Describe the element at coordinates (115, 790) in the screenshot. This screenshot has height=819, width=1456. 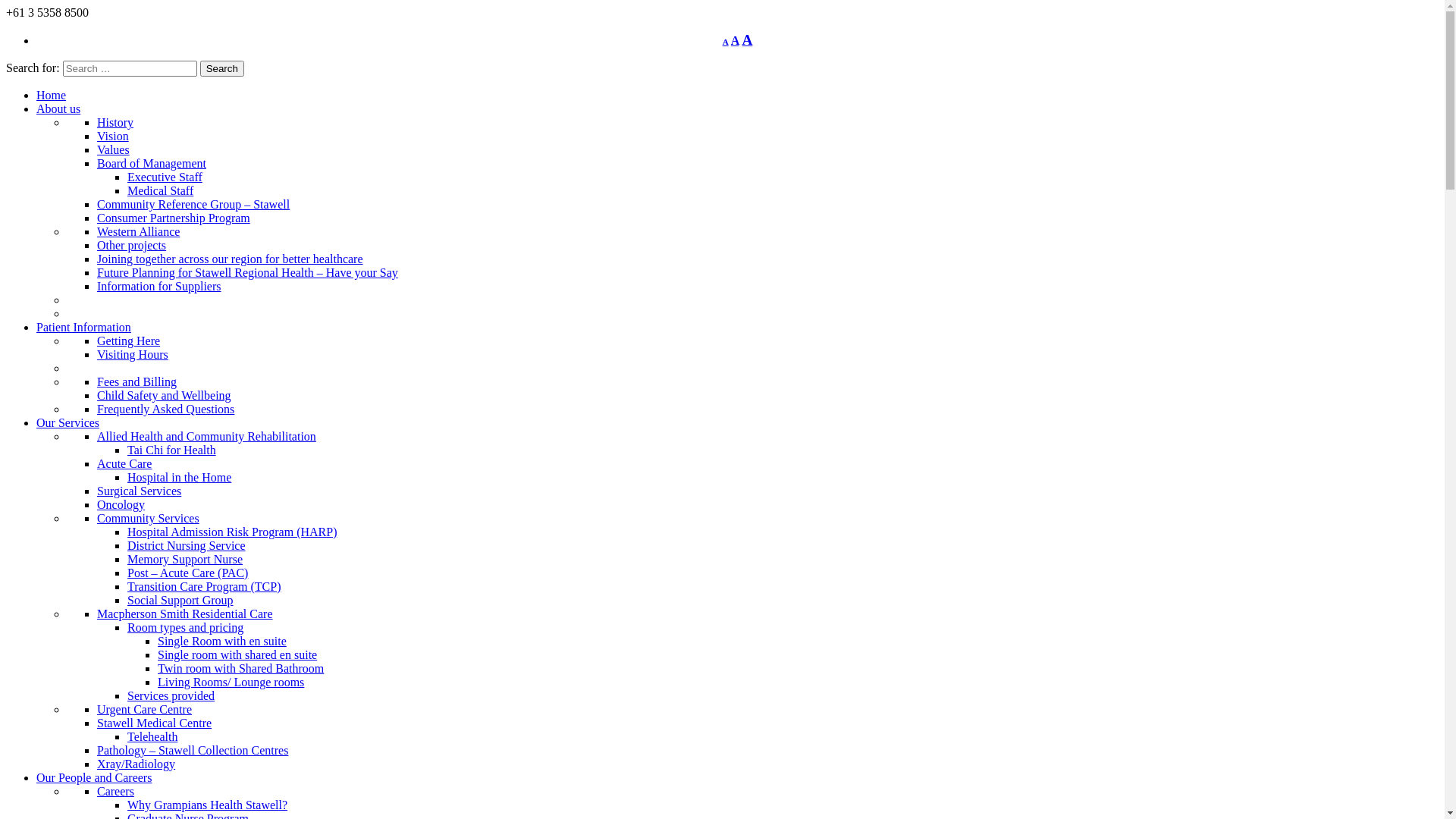
I see `'Careers'` at that location.